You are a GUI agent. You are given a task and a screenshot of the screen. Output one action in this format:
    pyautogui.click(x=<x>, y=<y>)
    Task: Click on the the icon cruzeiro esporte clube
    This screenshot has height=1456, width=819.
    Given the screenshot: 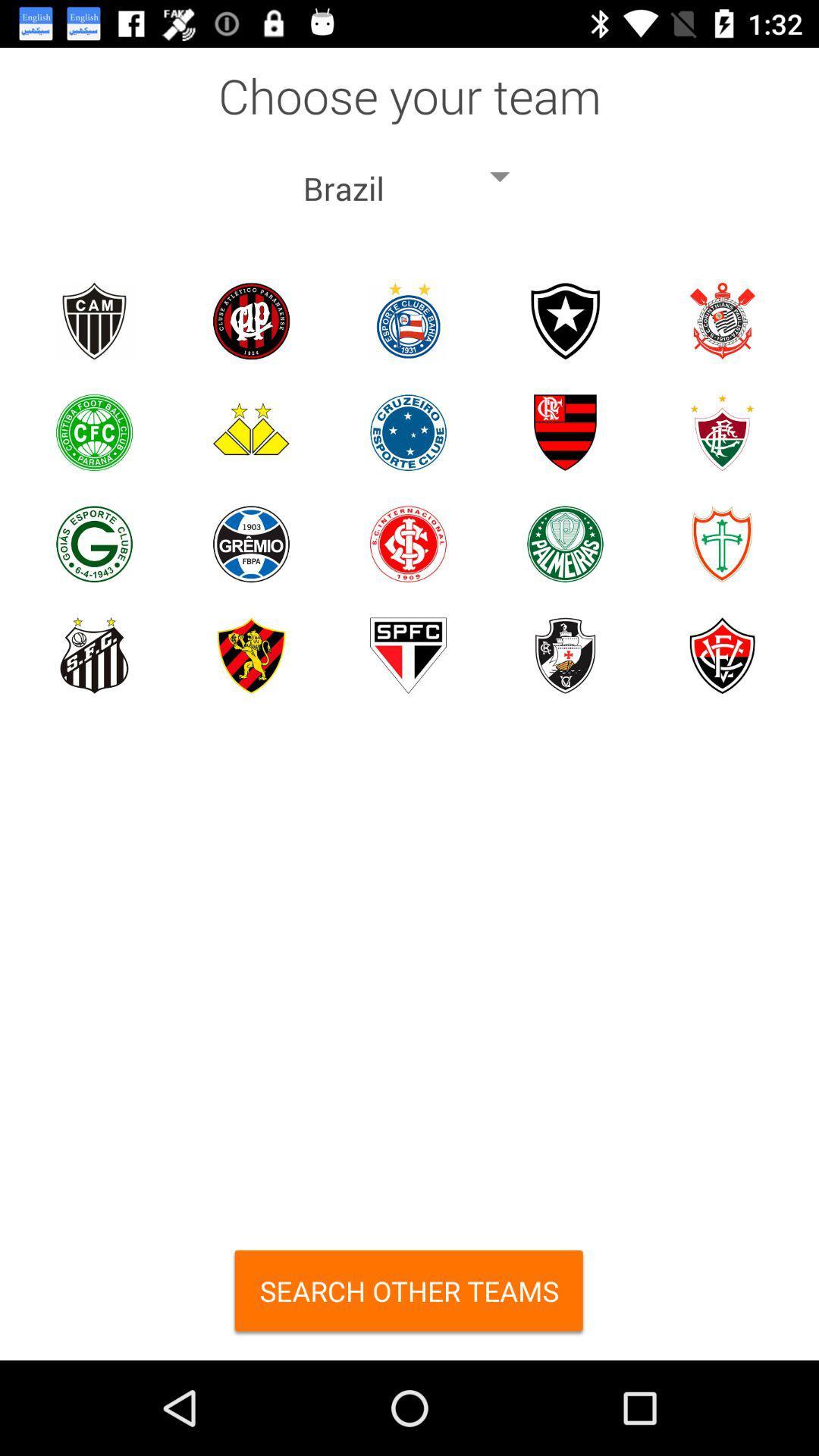 What is the action you would take?
    pyautogui.click(x=407, y=431)
    